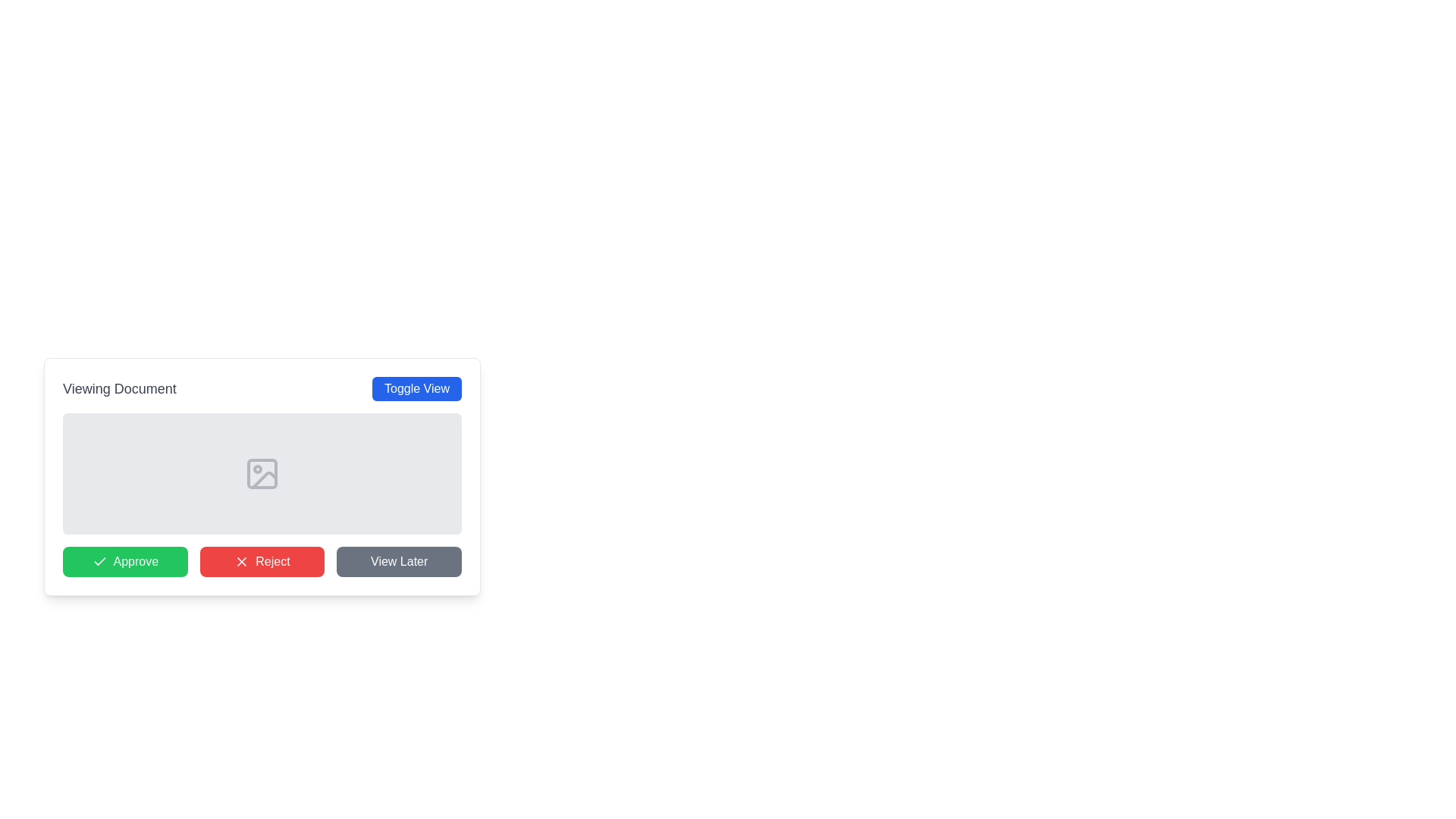 This screenshot has width=1456, height=819. Describe the element at coordinates (99, 561) in the screenshot. I see `the decorative affirmative action icon within the green 'Approve' button located at the bottom-left corner of the interface` at that location.